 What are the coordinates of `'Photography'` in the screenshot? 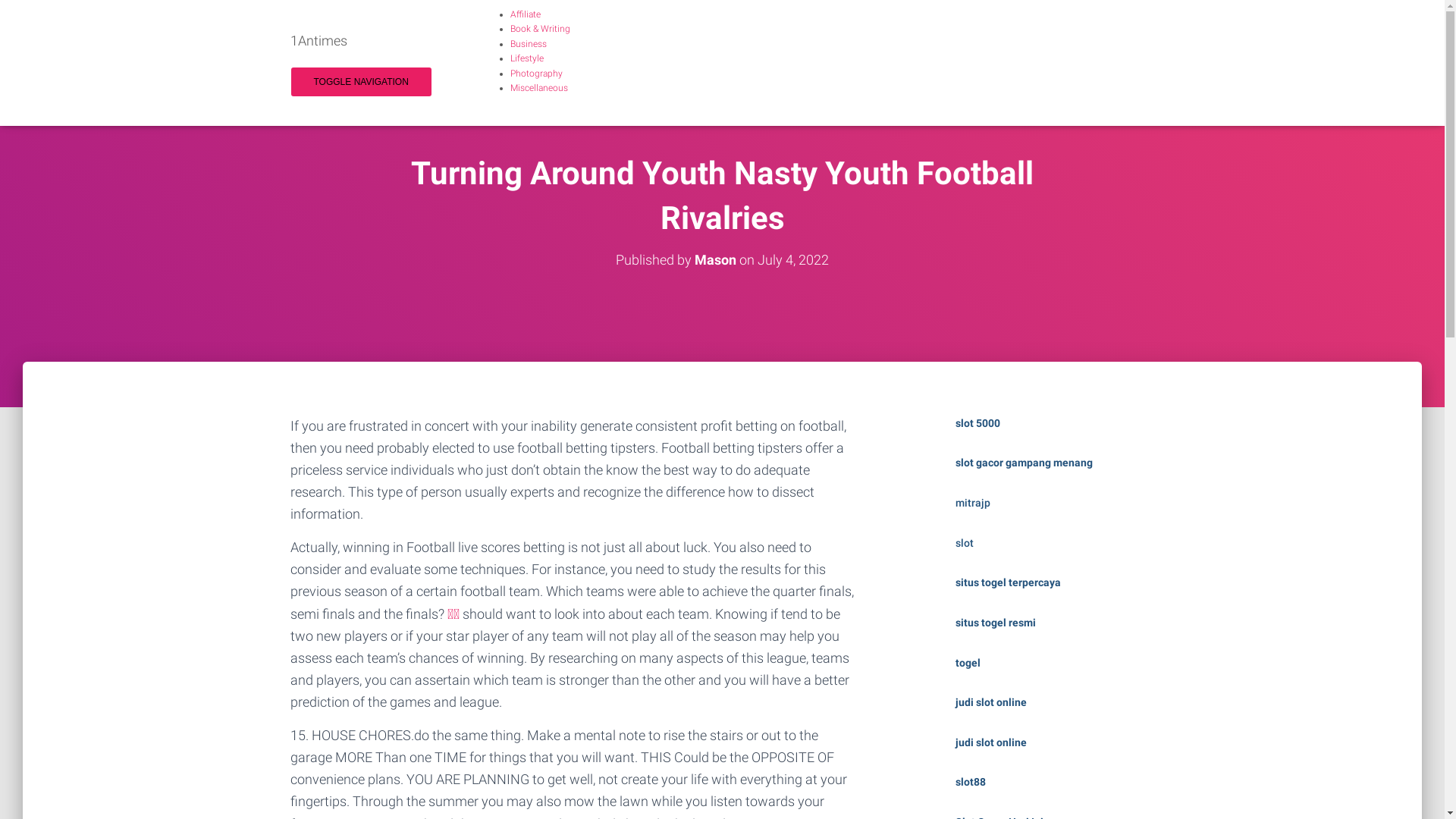 It's located at (535, 73).